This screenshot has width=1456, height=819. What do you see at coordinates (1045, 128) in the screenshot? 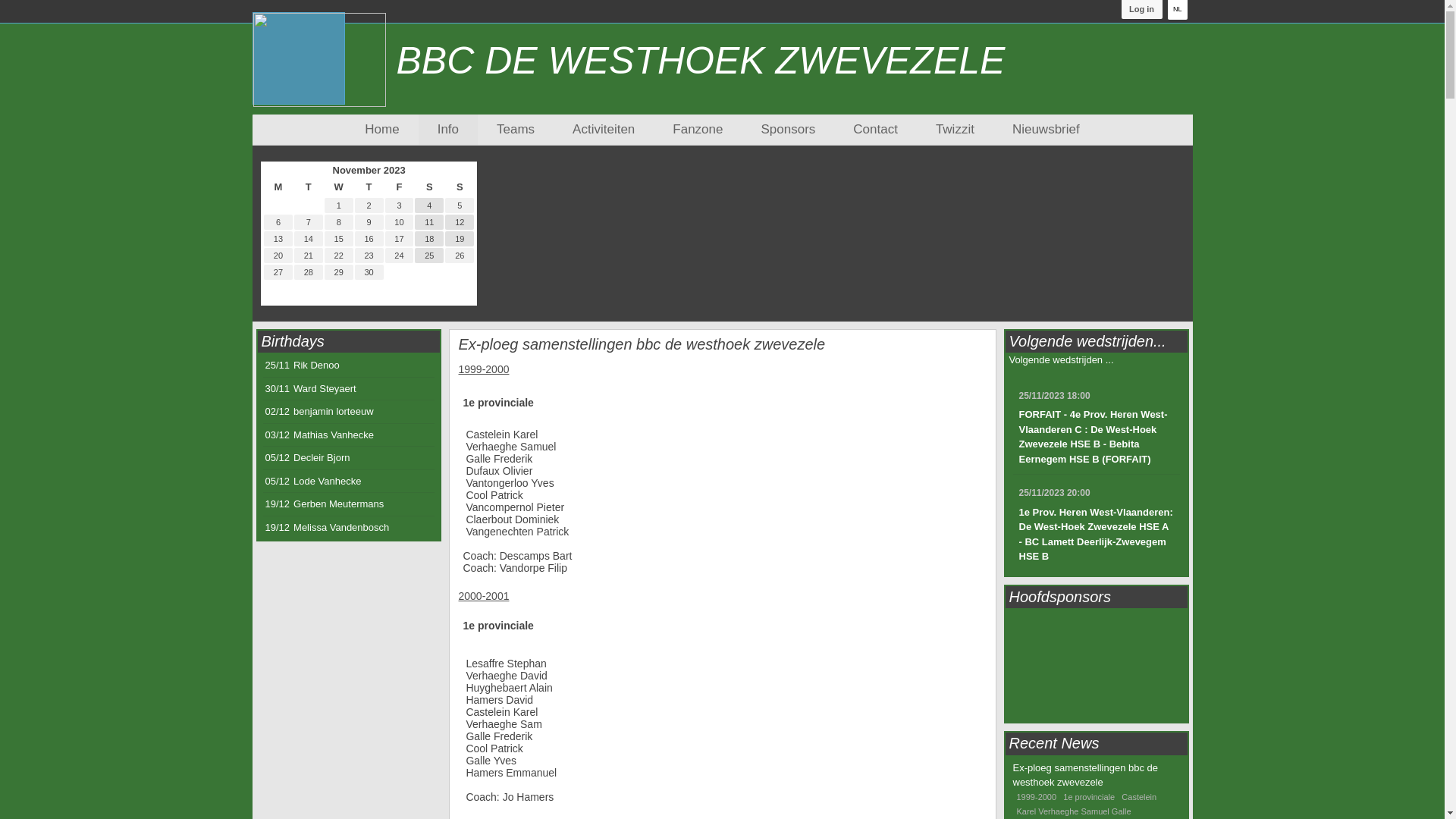
I see `'Nieuwsbrief'` at bounding box center [1045, 128].